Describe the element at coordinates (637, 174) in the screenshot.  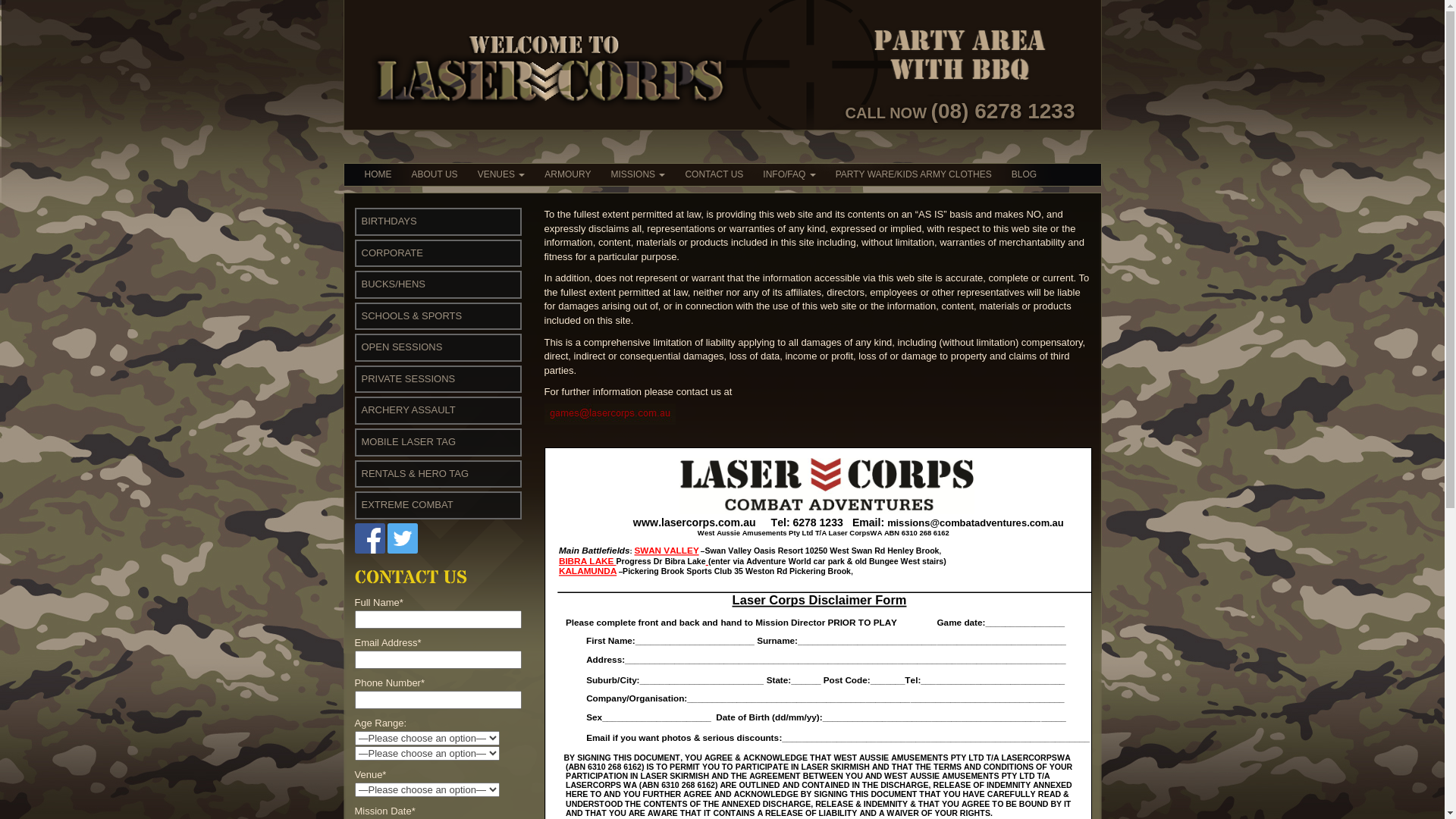
I see `'MISSIONS'` at that location.